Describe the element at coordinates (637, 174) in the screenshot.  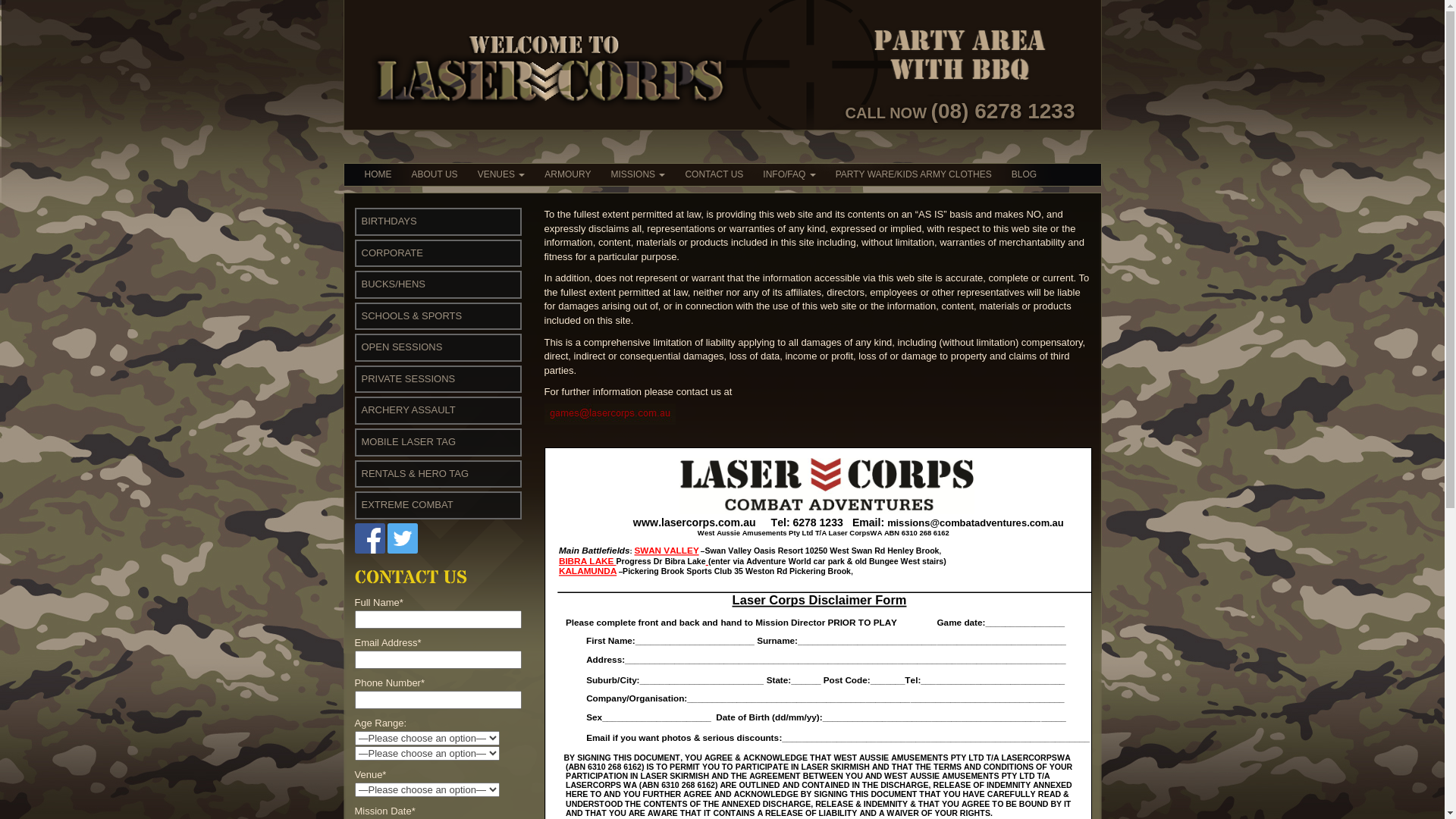
I see `'MISSIONS'` at that location.